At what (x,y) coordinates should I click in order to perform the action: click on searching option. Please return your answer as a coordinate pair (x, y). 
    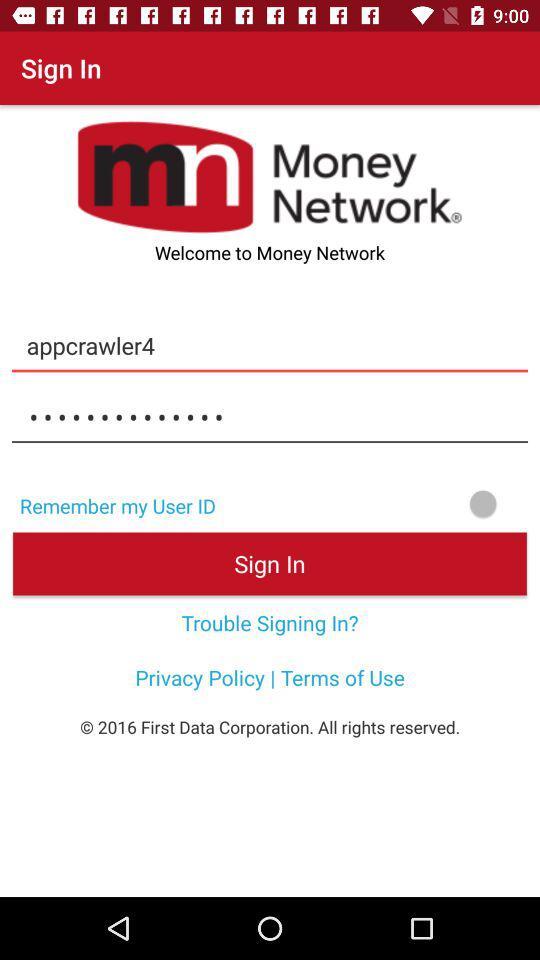
    Looking at the image, I should click on (384, 502).